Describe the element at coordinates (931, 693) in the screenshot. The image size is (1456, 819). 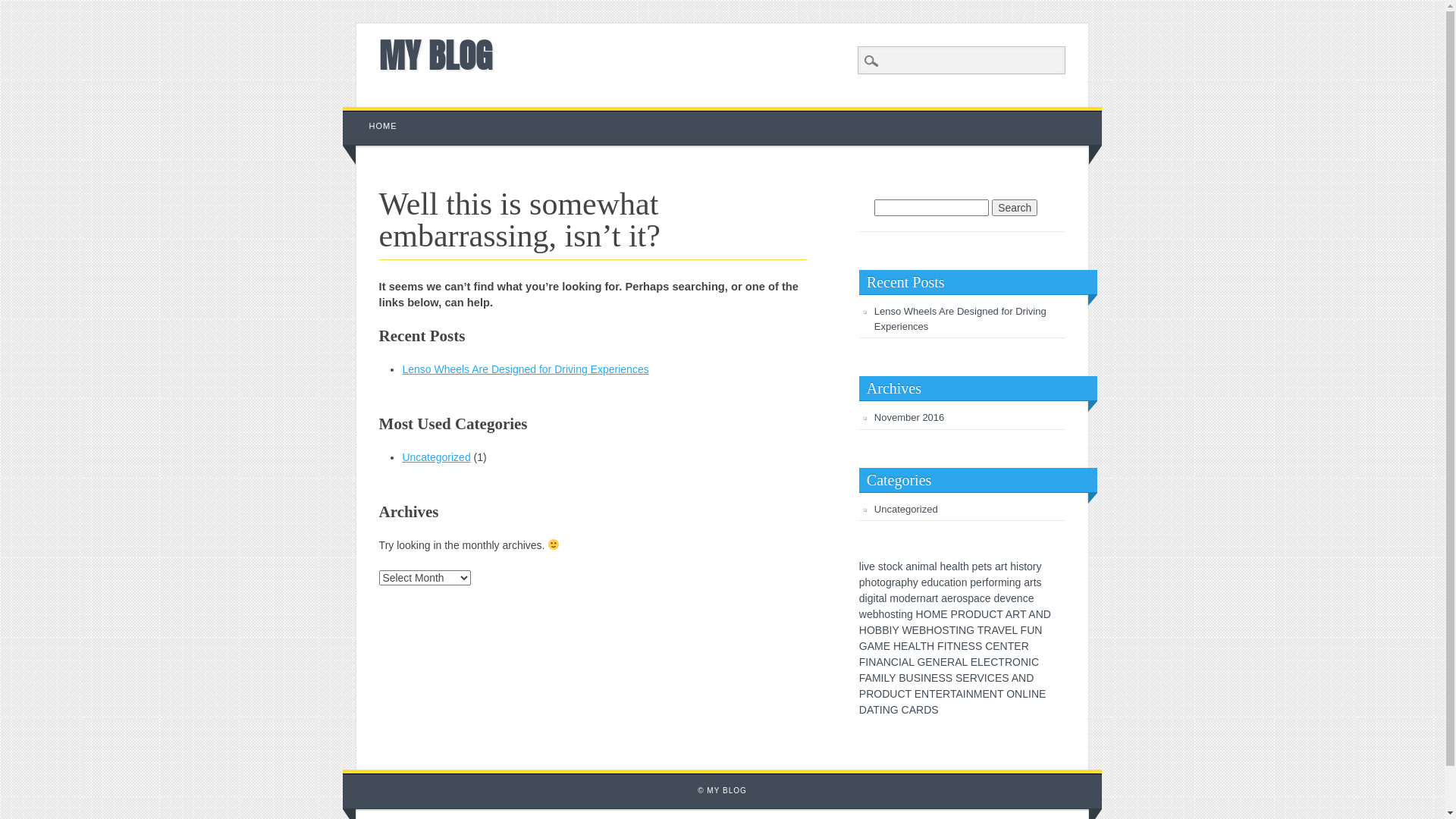
I see `'T'` at that location.